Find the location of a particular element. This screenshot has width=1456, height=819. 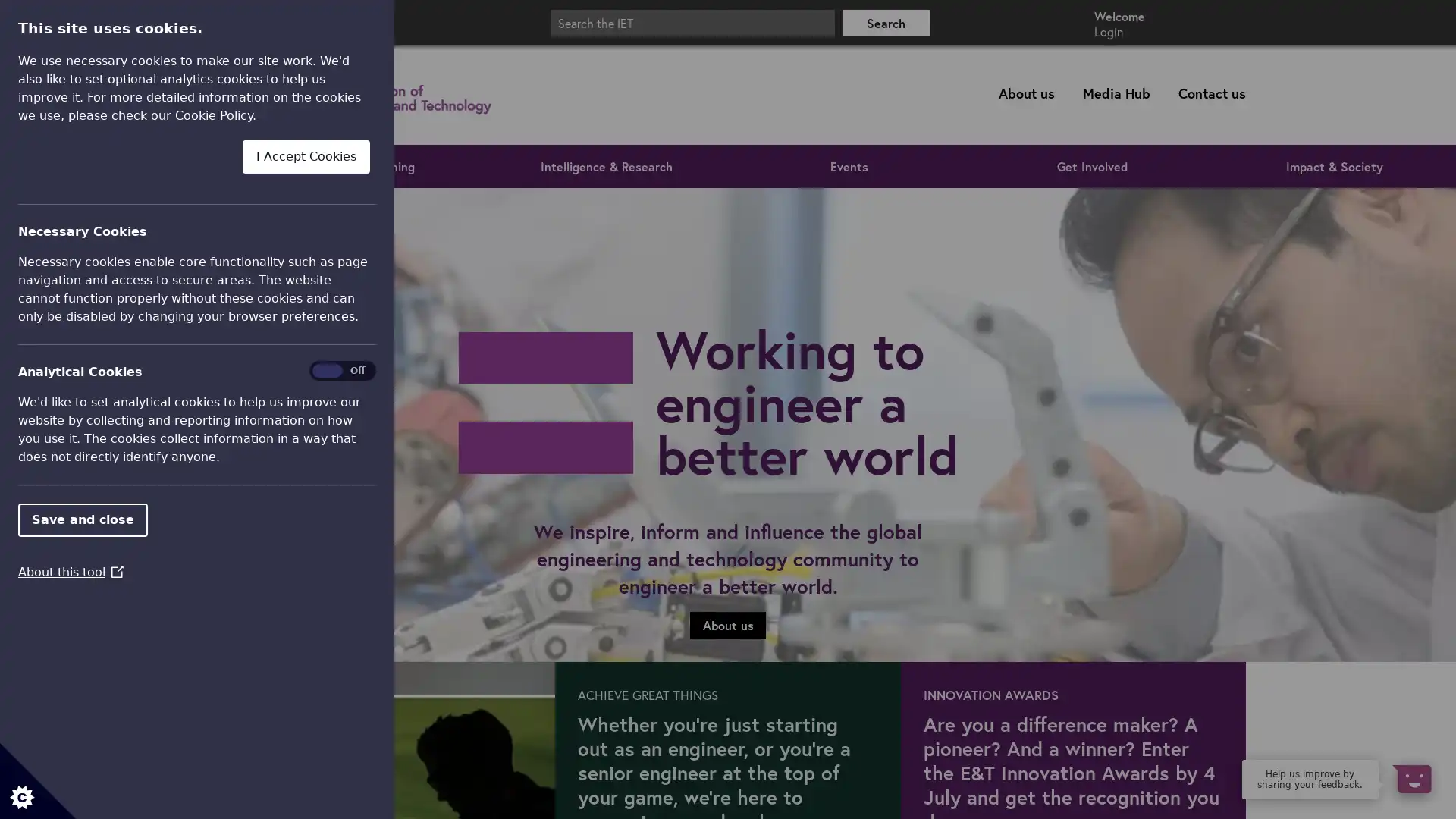

Dismiss Message is located at coordinates (1376, 761).